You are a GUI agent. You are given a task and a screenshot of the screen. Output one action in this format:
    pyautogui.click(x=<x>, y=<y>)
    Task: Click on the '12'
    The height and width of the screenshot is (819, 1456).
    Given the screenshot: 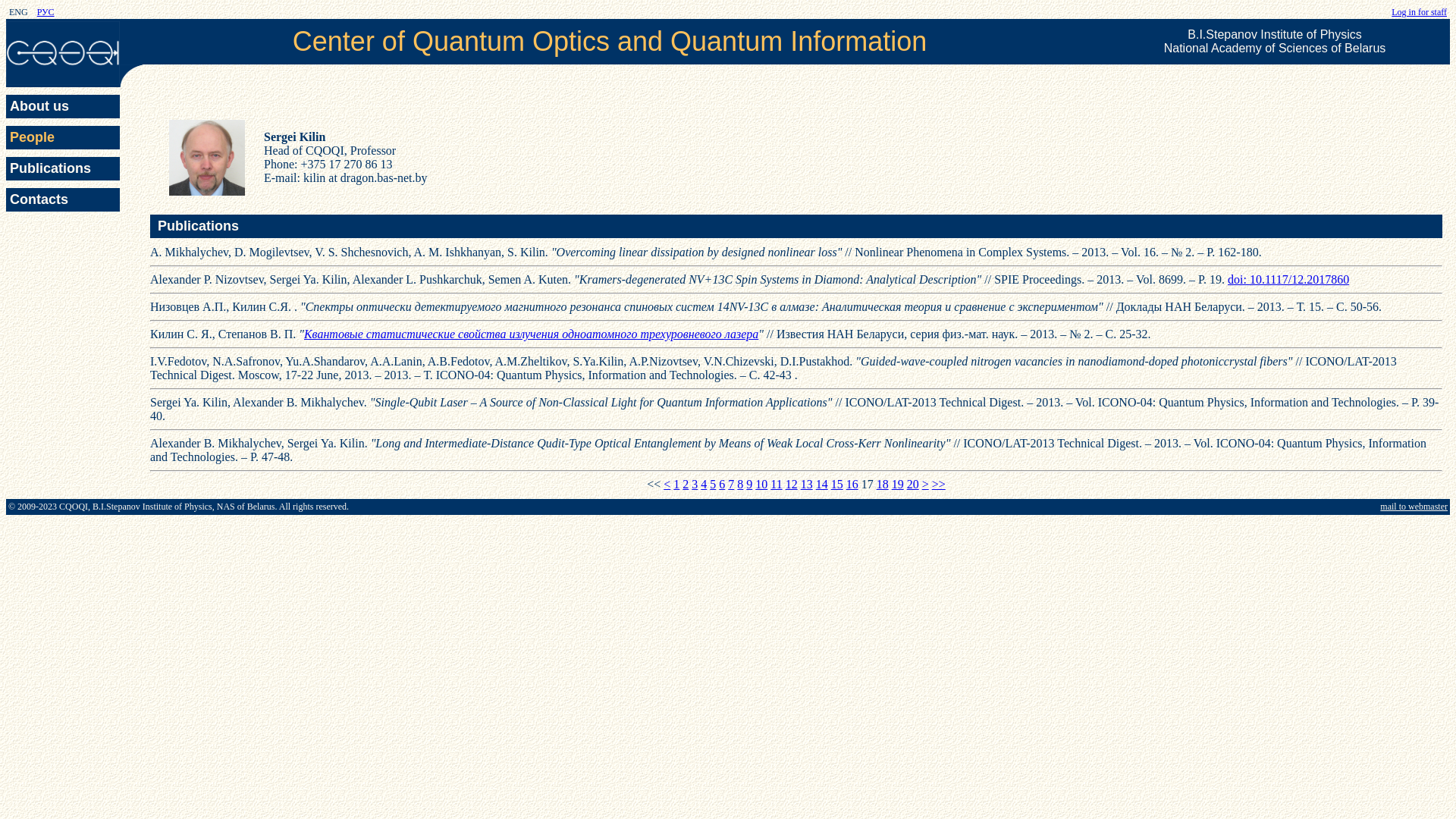 What is the action you would take?
    pyautogui.click(x=790, y=484)
    